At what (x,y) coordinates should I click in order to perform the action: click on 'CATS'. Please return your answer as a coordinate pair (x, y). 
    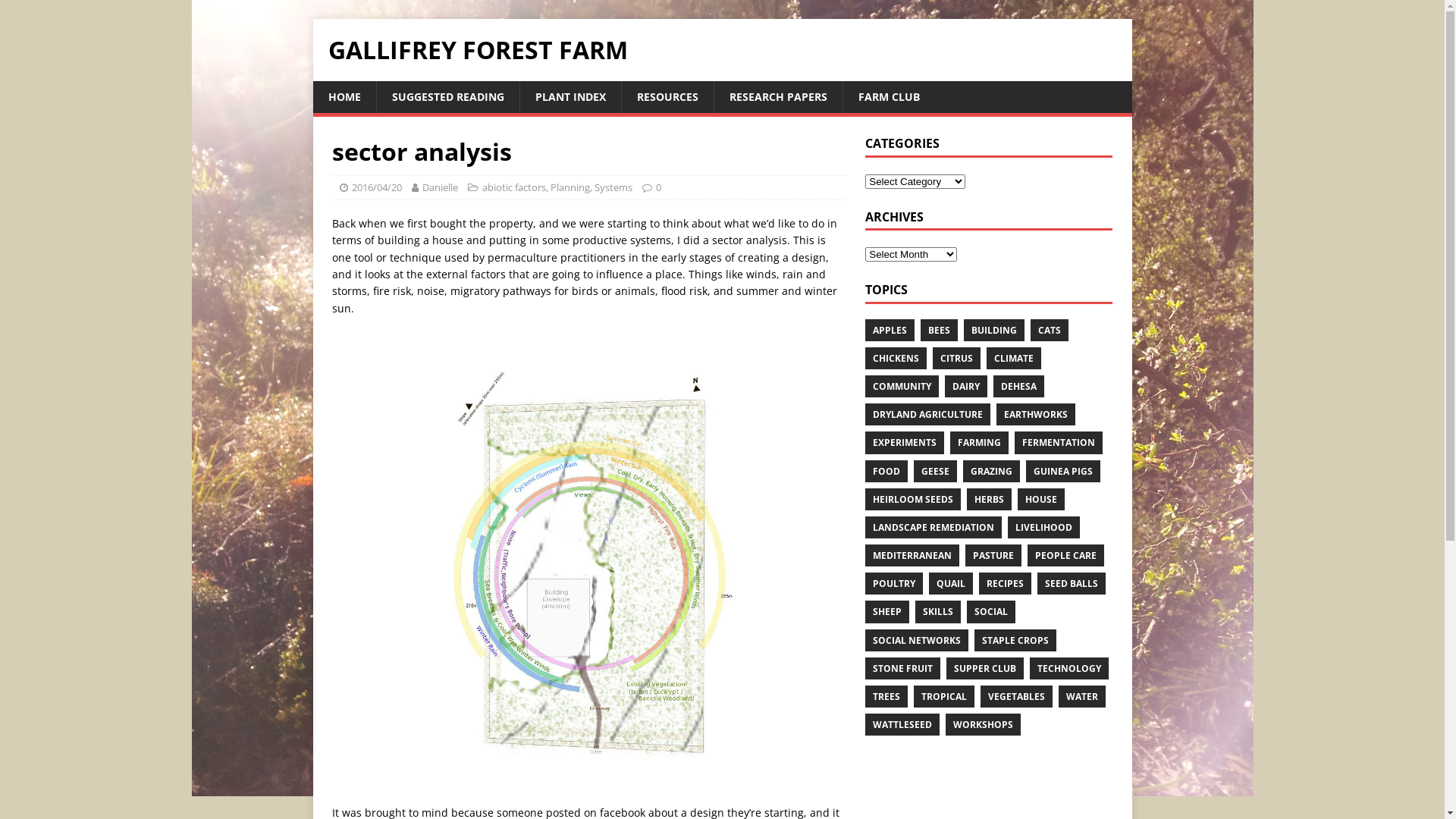
    Looking at the image, I should click on (1048, 329).